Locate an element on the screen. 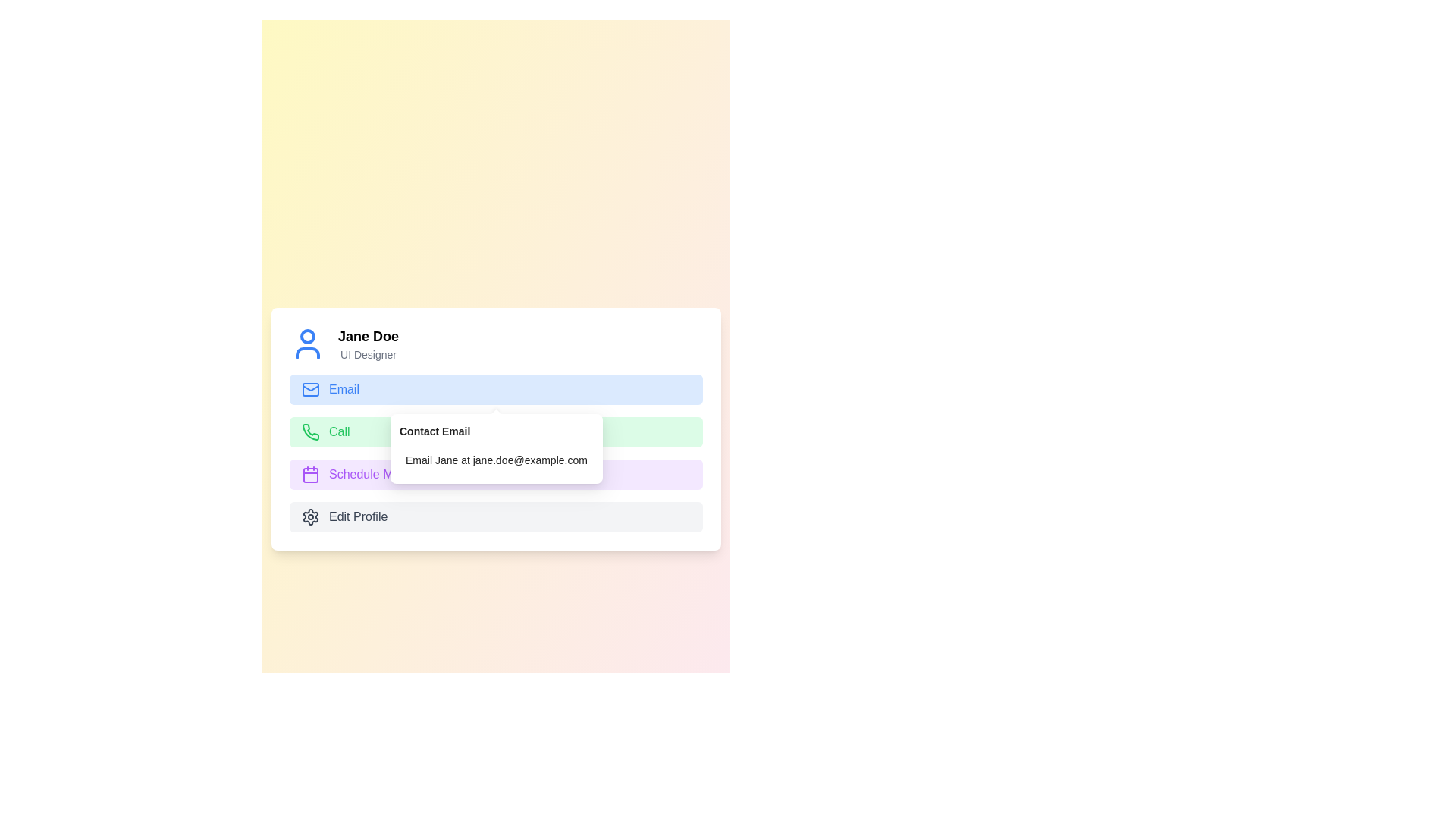 This screenshot has height=819, width=1456. the scheduling icon located in the third row, preceding the 'Schedule Meeting' text is located at coordinates (309, 473).